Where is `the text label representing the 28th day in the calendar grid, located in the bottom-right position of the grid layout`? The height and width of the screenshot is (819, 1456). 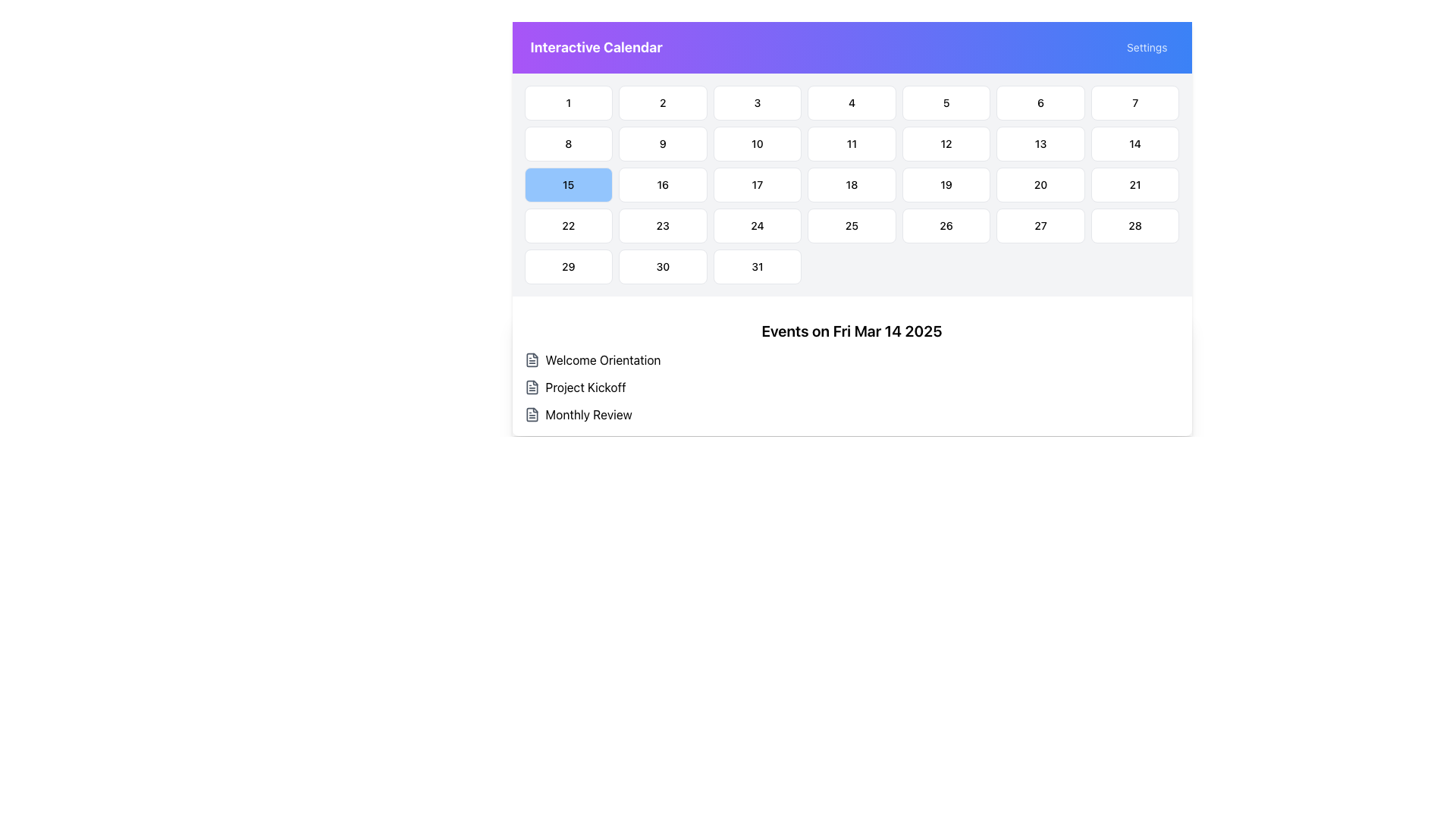 the text label representing the 28th day in the calendar grid, located in the bottom-right position of the grid layout is located at coordinates (1135, 225).